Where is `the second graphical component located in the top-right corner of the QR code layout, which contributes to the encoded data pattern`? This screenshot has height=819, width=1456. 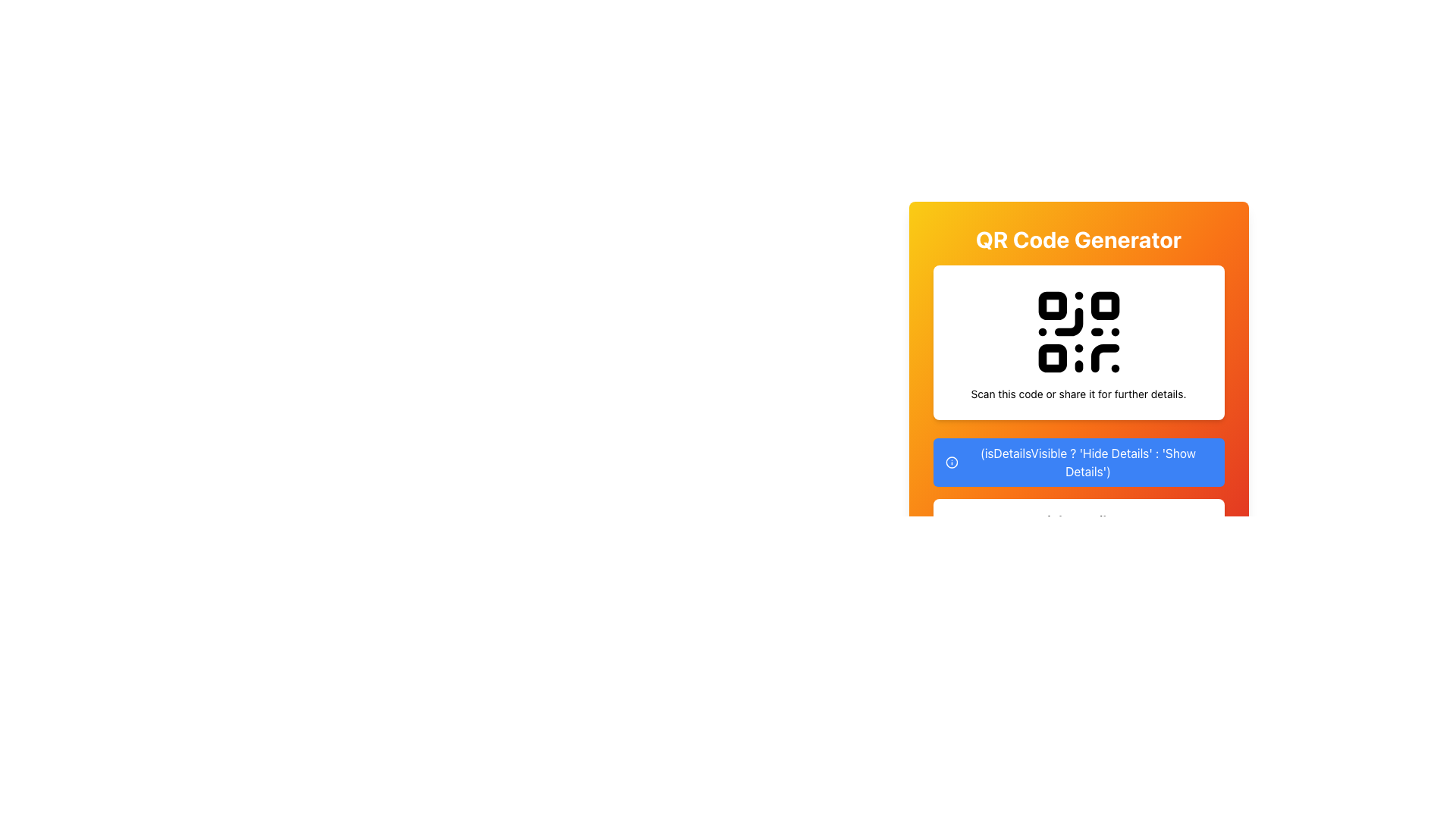
the second graphical component located in the top-right corner of the QR code layout, which contributes to the encoded data pattern is located at coordinates (1105, 306).